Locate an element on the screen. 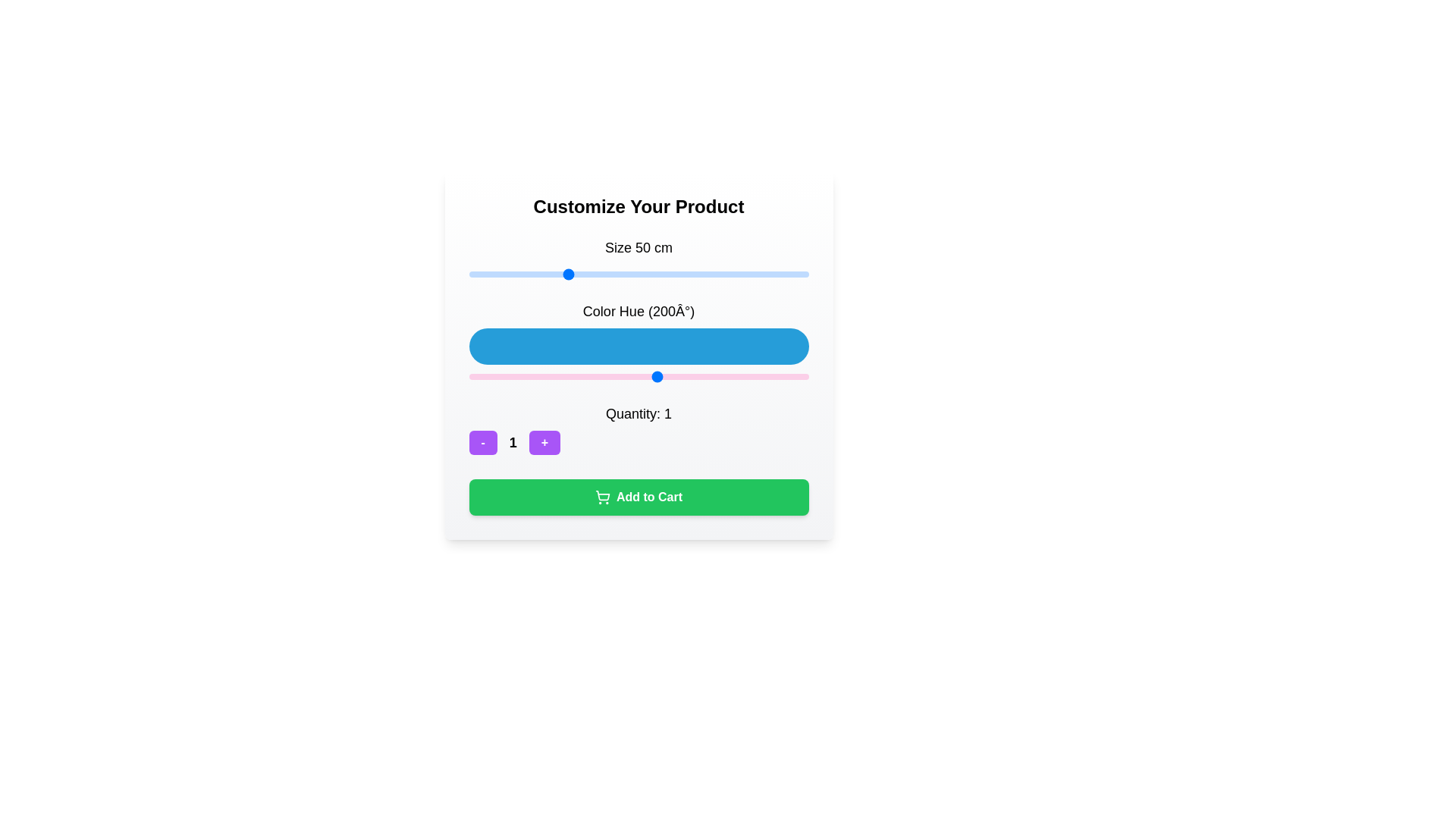 The image size is (1456, 819). the color hue slider is located at coordinates (607, 376).